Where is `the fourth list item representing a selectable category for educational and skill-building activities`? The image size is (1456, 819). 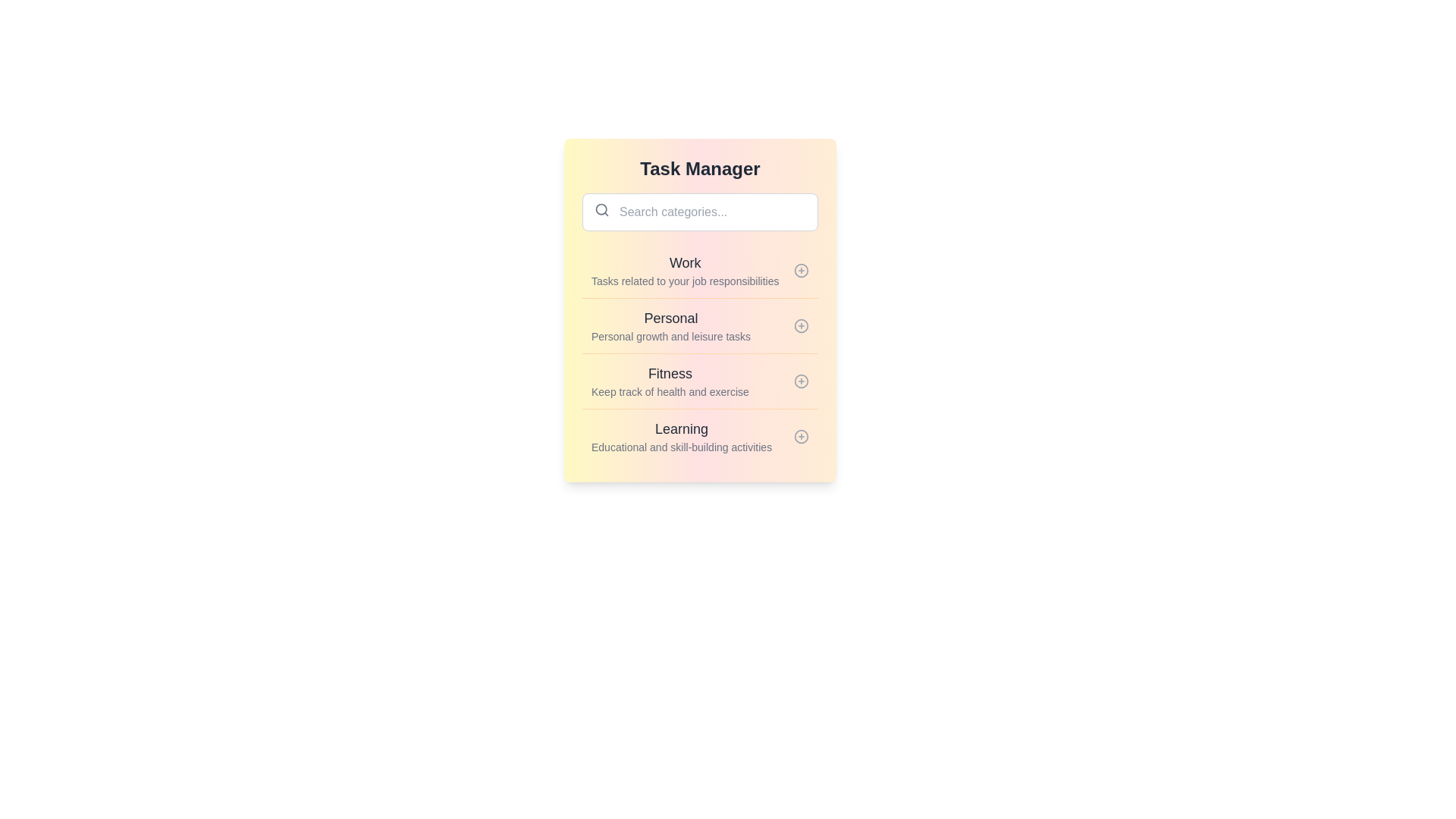
the fourth list item representing a selectable category for educational and skill-building activities is located at coordinates (699, 436).